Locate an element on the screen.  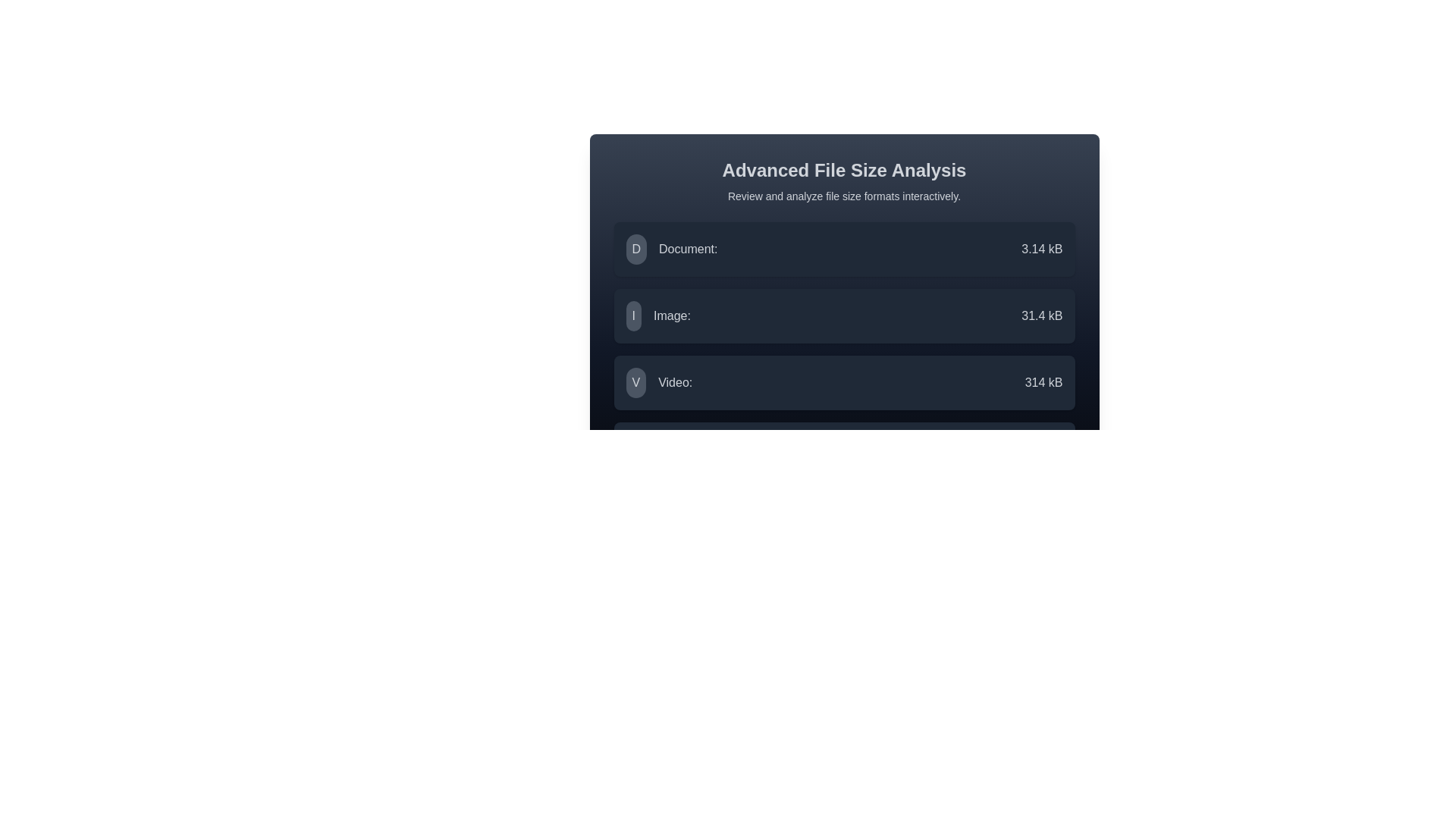
Text Label positioned below 'Document:' and above 'Video:', serving as a descriptor for related images is located at coordinates (671, 315).